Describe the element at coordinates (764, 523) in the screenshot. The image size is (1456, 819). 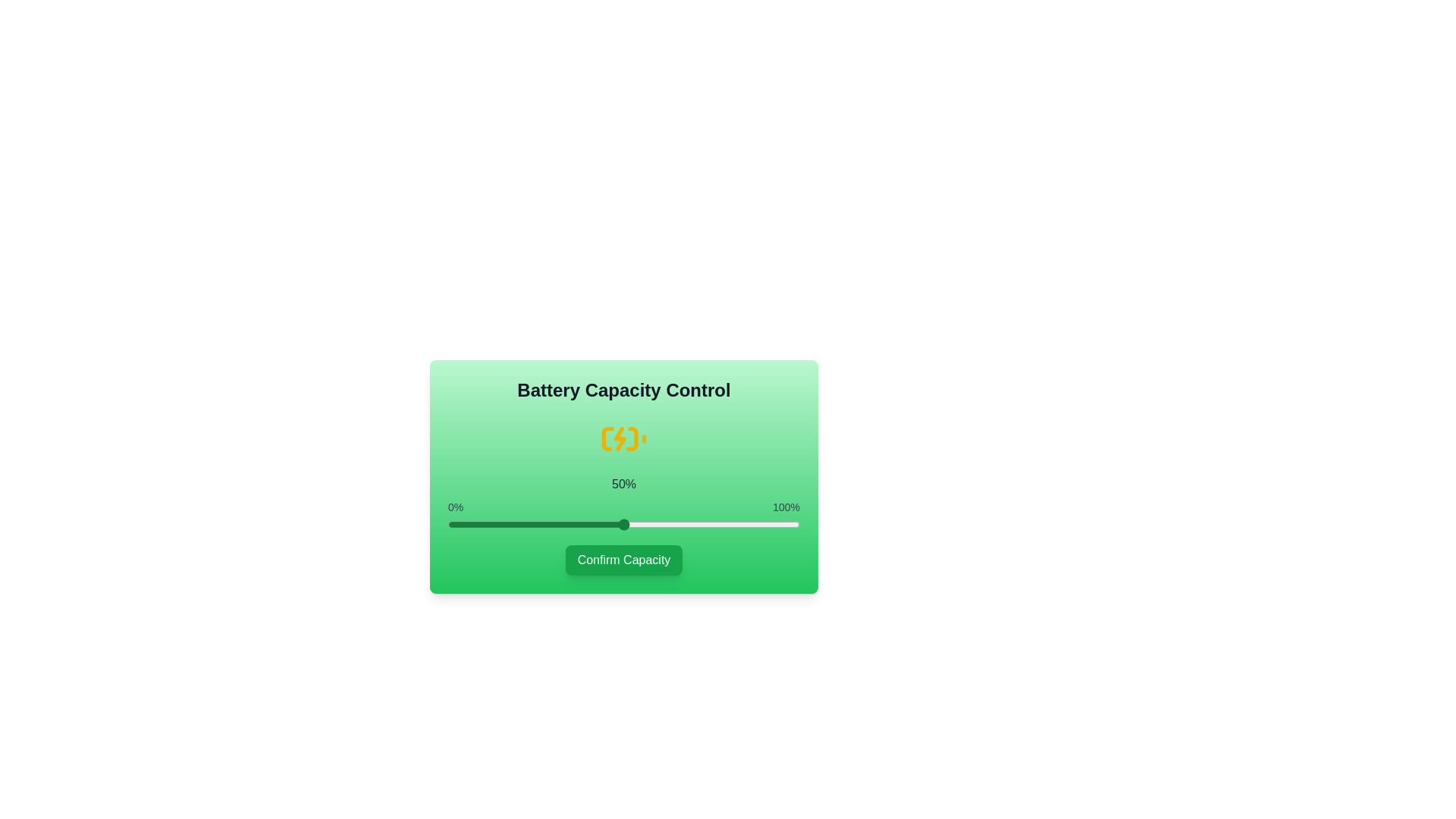
I see `the battery capacity slider to 90% to observe the icon change` at that location.